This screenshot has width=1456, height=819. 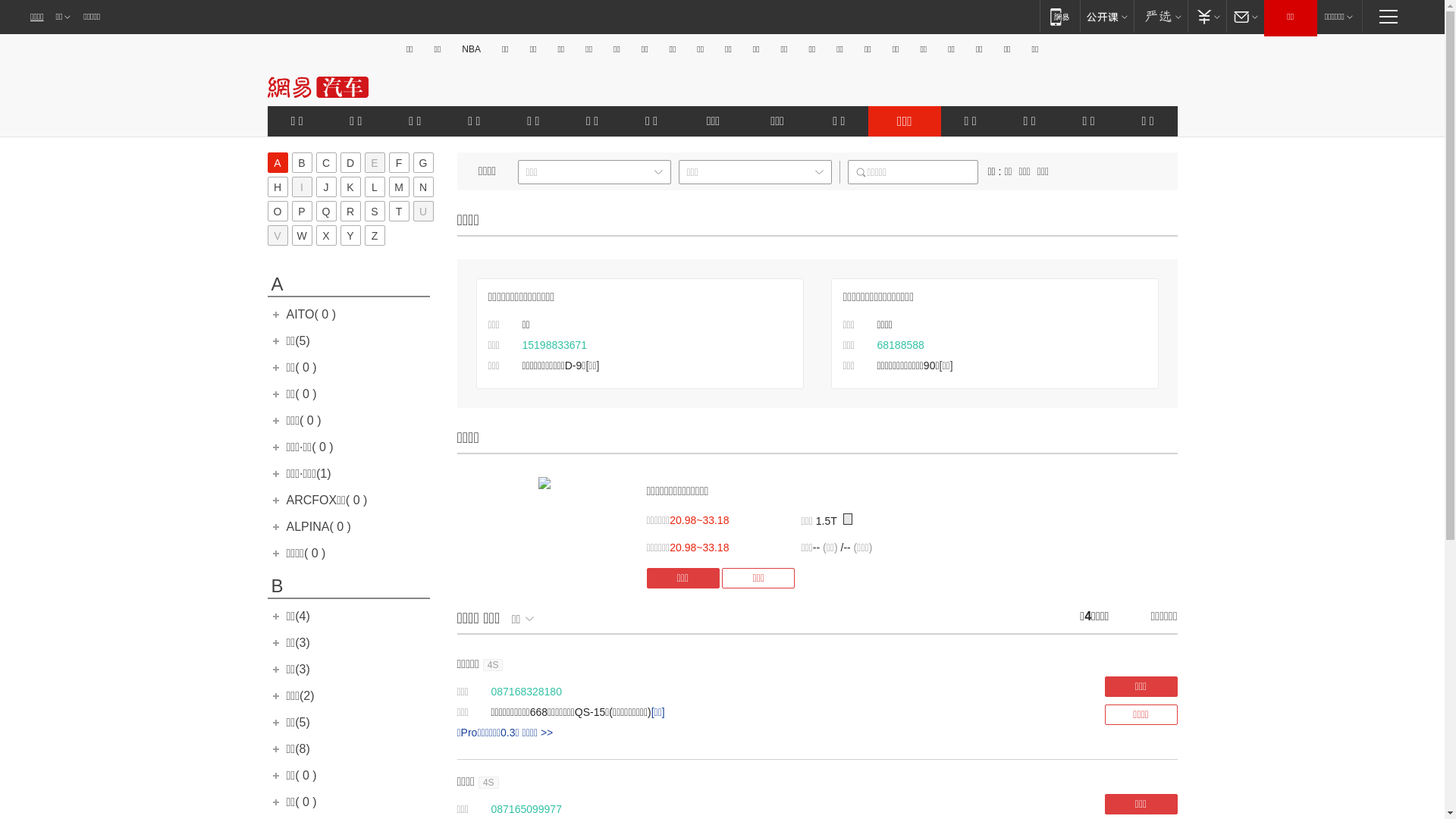 What do you see at coordinates (374, 235) in the screenshot?
I see `'Z'` at bounding box center [374, 235].